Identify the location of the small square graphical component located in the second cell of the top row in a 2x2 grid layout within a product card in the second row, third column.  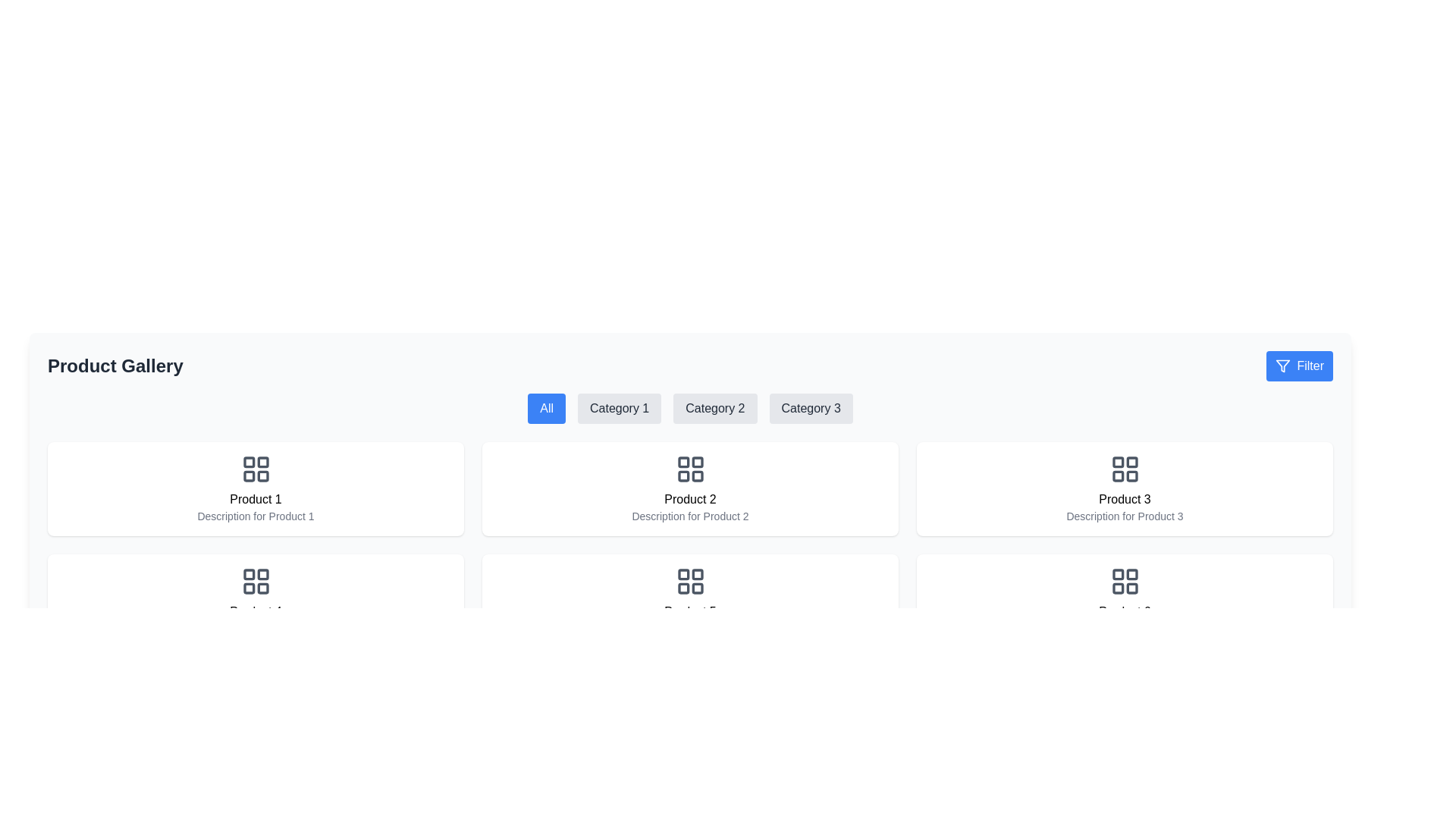
(696, 574).